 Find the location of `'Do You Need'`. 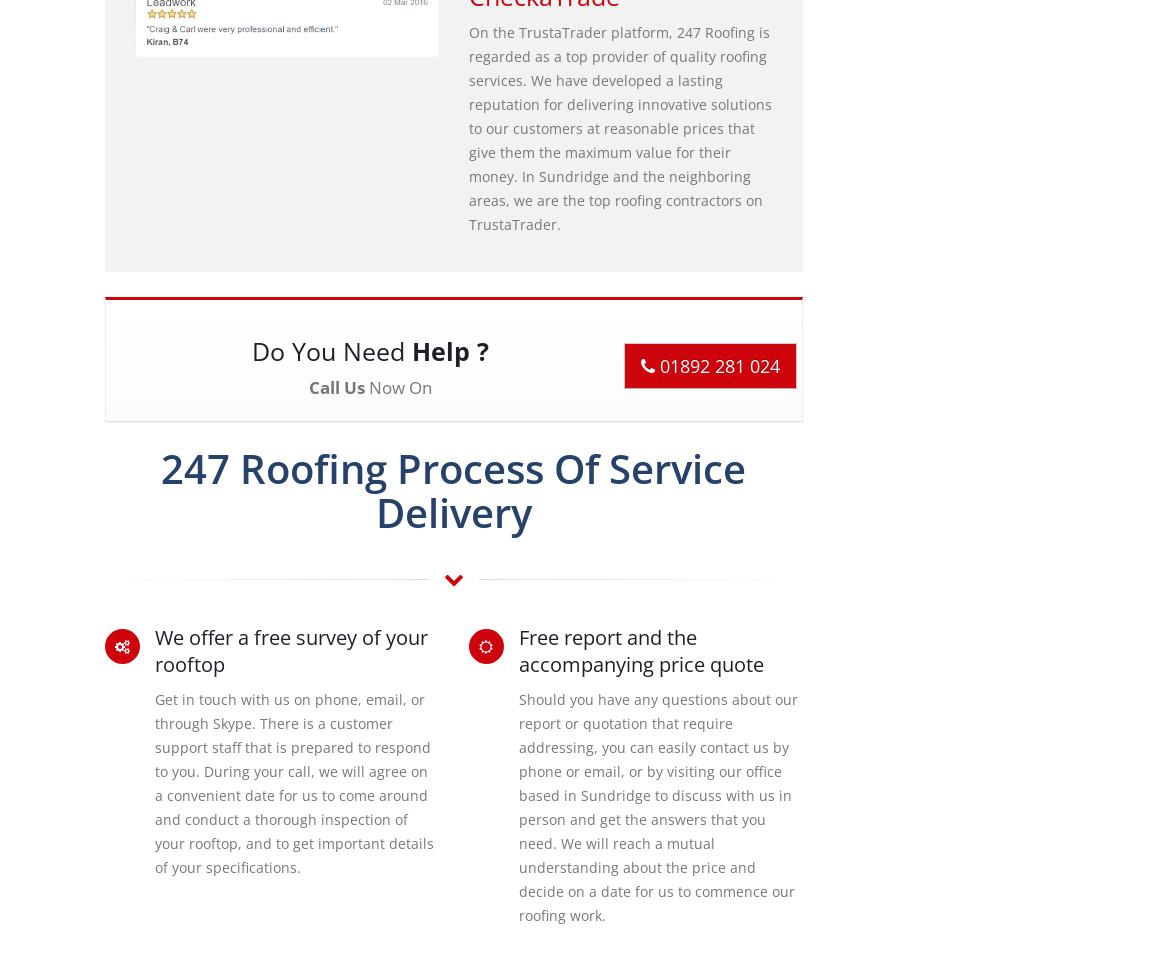

'Do You Need' is located at coordinates (330, 349).